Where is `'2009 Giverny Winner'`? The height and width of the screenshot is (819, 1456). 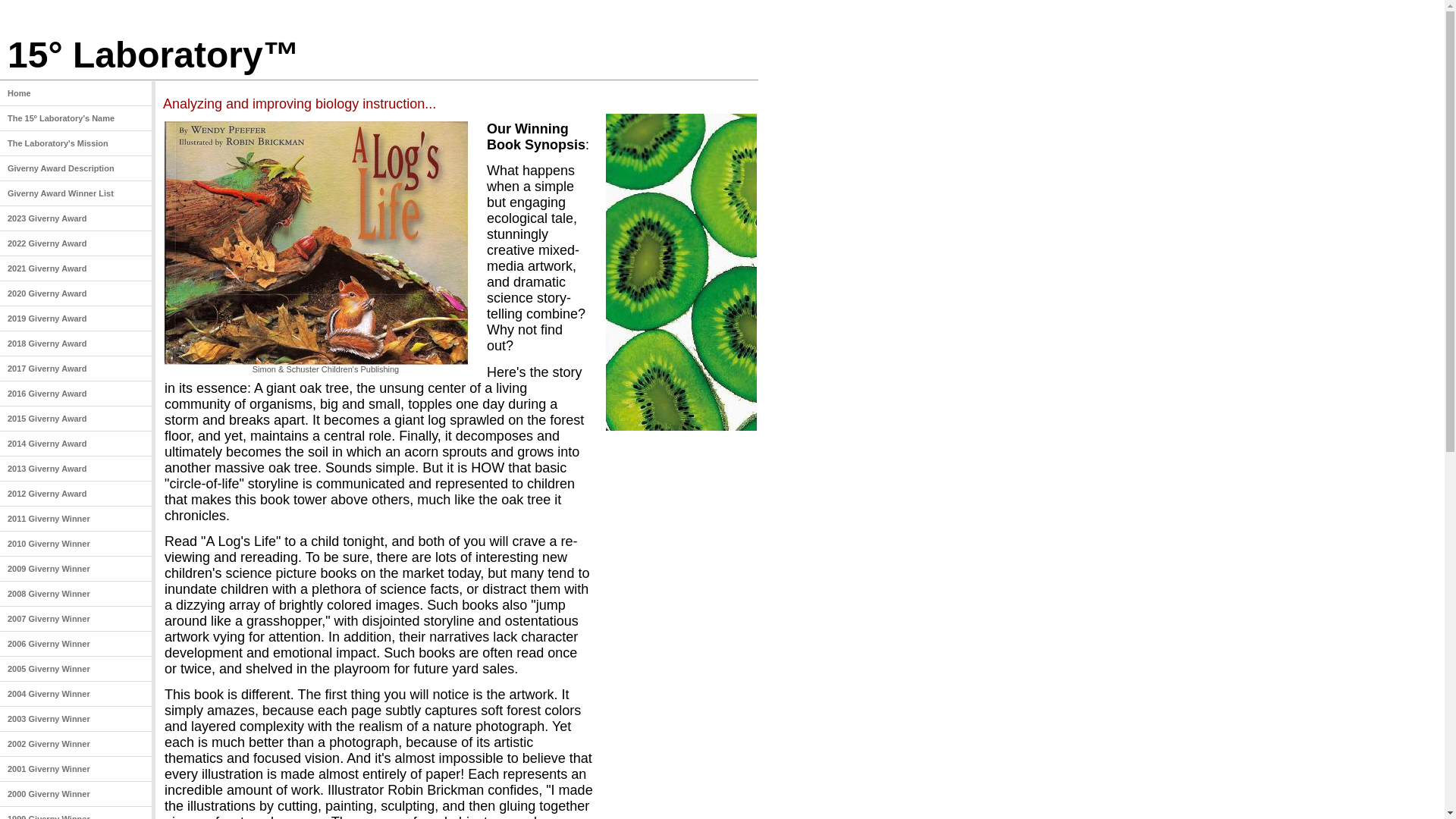
'2009 Giverny Winner' is located at coordinates (75, 569).